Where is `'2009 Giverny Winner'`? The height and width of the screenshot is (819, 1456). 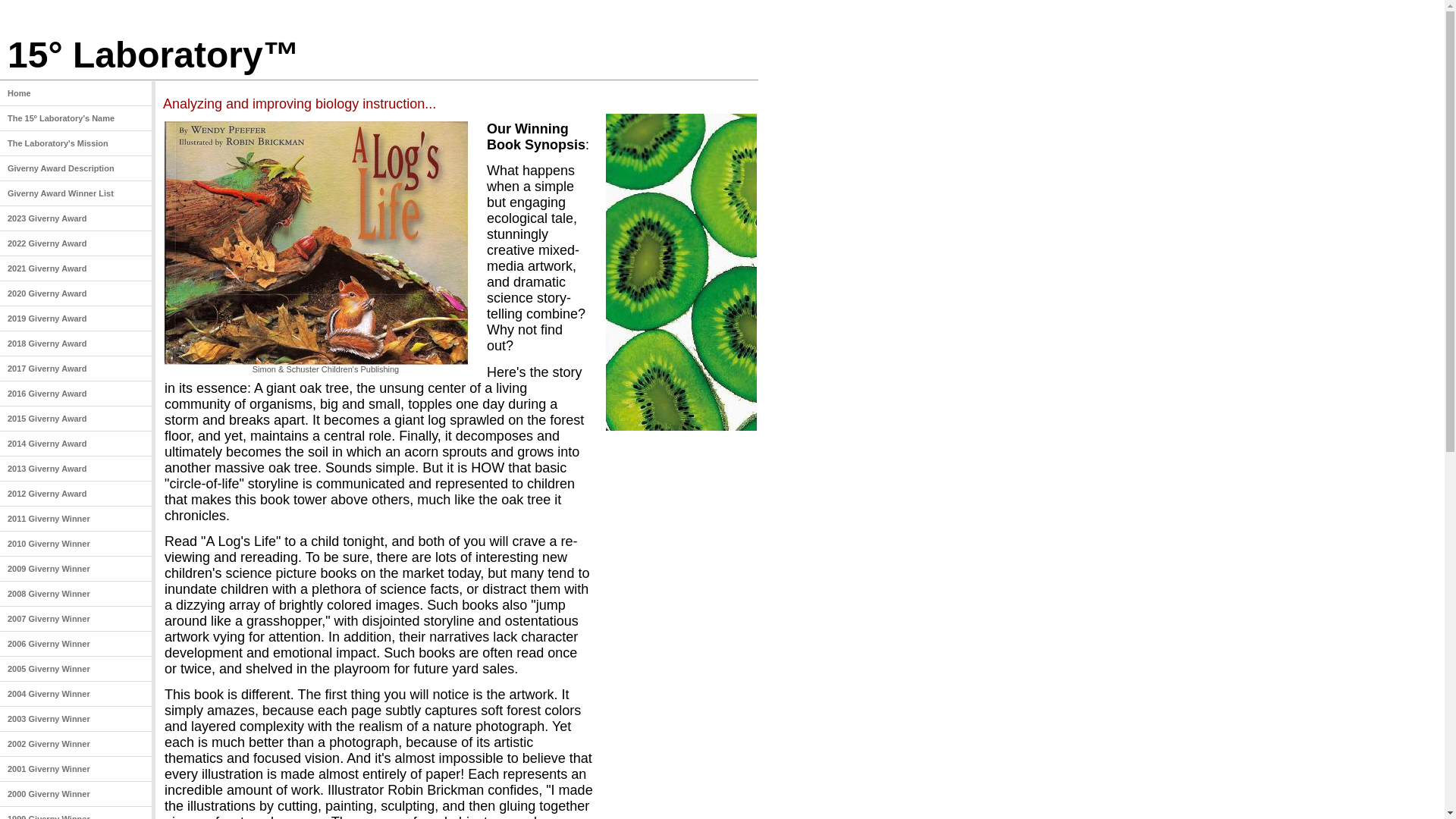
'2009 Giverny Winner' is located at coordinates (75, 569).